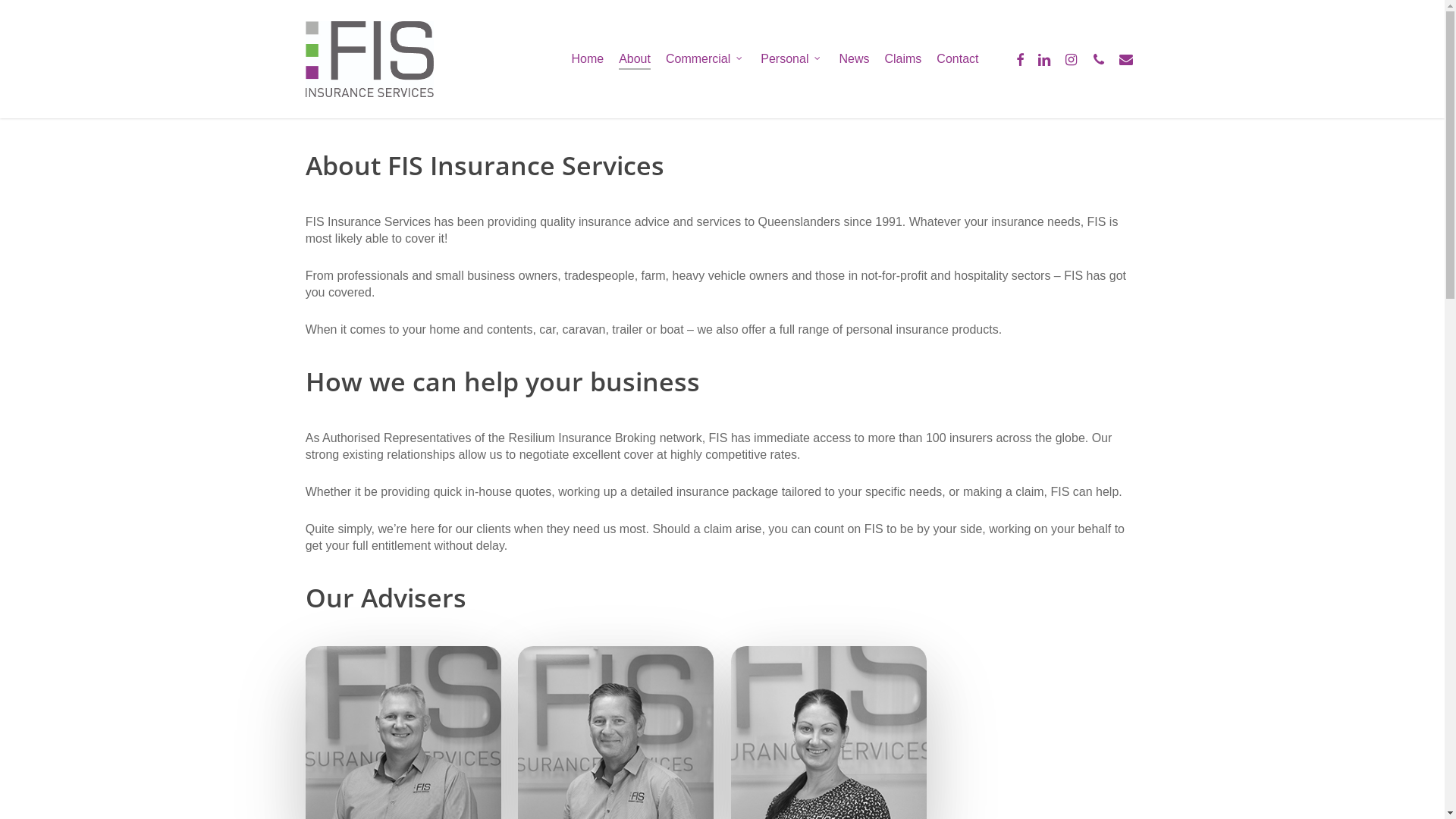 The height and width of the screenshot is (819, 1456). I want to click on 'Commercial', so click(704, 58).